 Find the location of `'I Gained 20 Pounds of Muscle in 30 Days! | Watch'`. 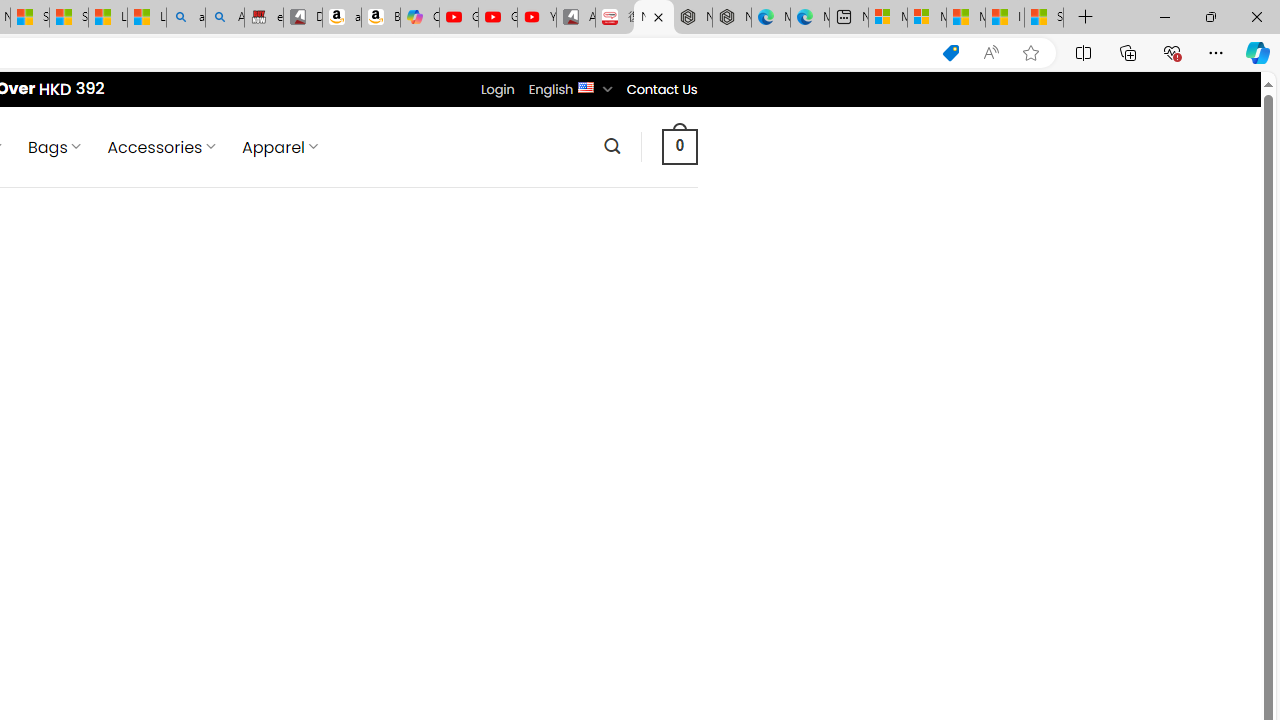

'I Gained 20 Pounds of Muscle in 30 Days! | Watch' is located at coordinates (1004, 17).